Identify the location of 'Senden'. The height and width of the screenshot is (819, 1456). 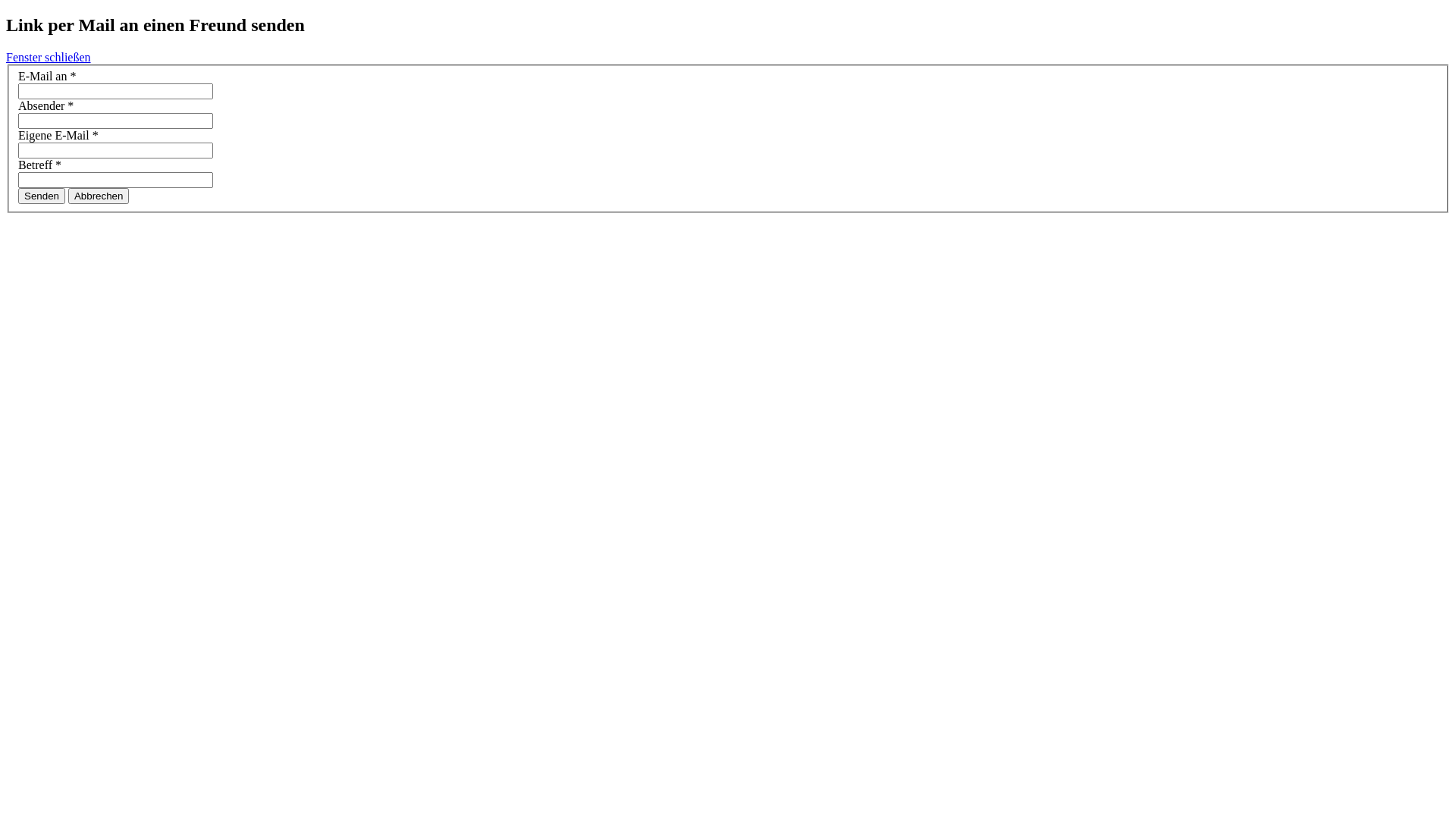
(18, 195).